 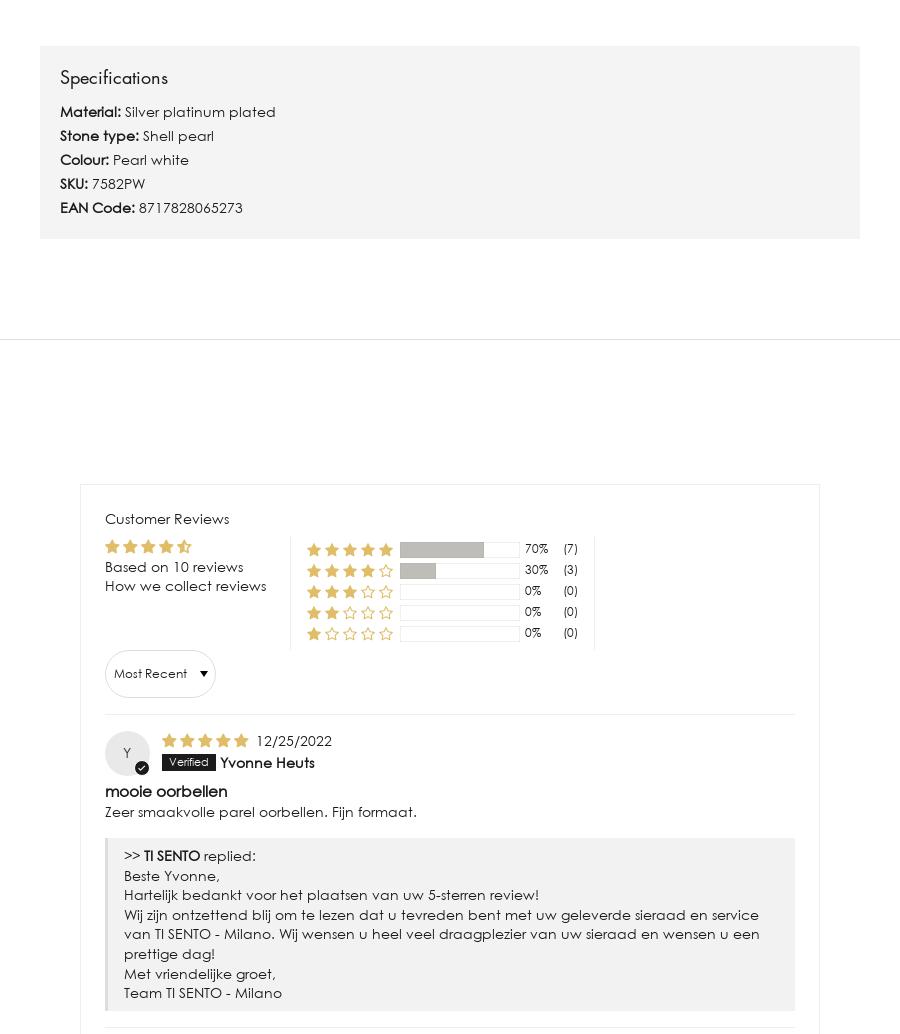 What do you see at coordinates (165, 788) in the screenshot?
I see `'mooie oorbellen'` at bounding box center [165, 788].